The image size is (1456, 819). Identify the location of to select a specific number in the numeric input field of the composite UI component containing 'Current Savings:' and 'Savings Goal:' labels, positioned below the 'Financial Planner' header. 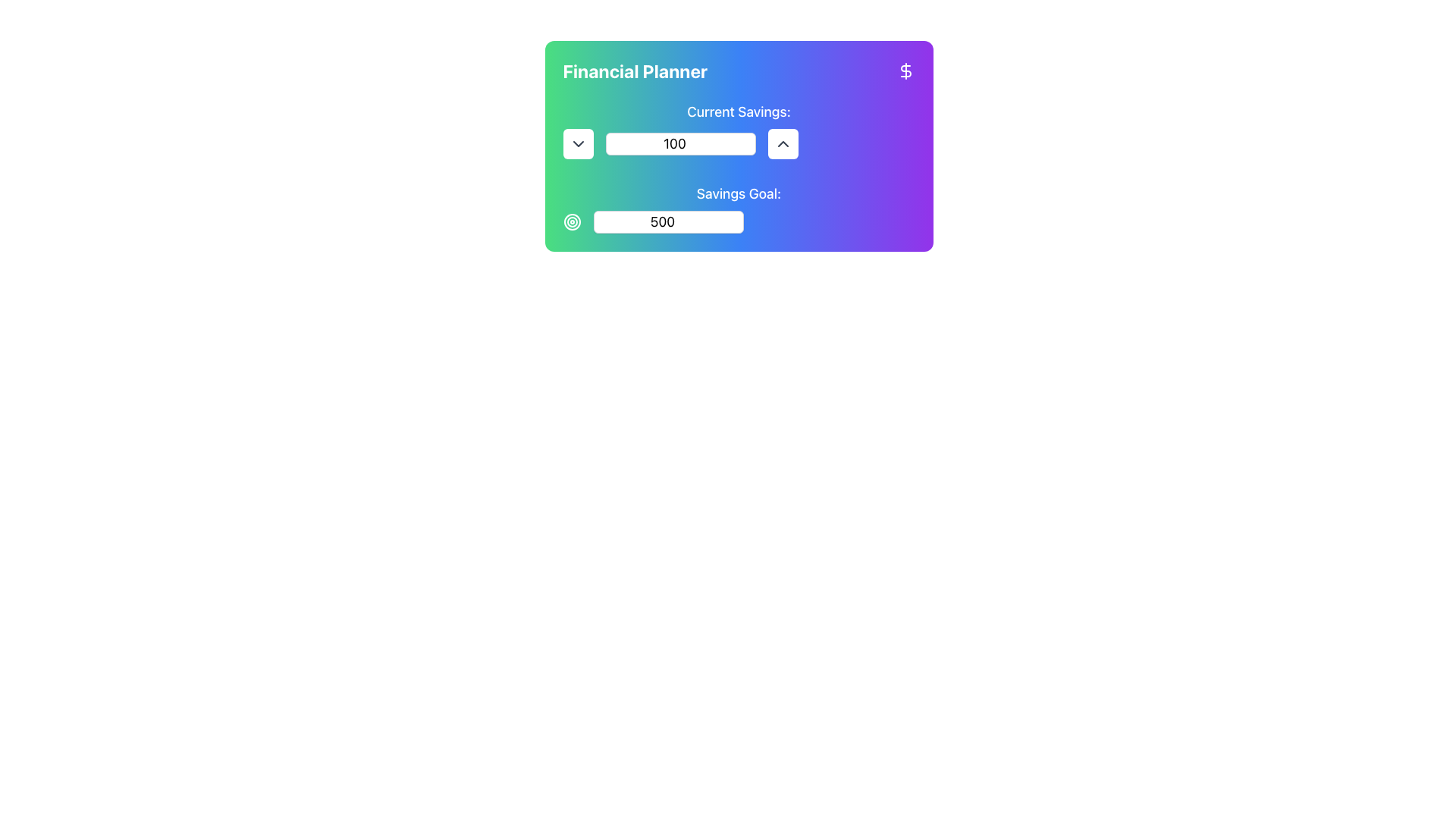
(739, 167).